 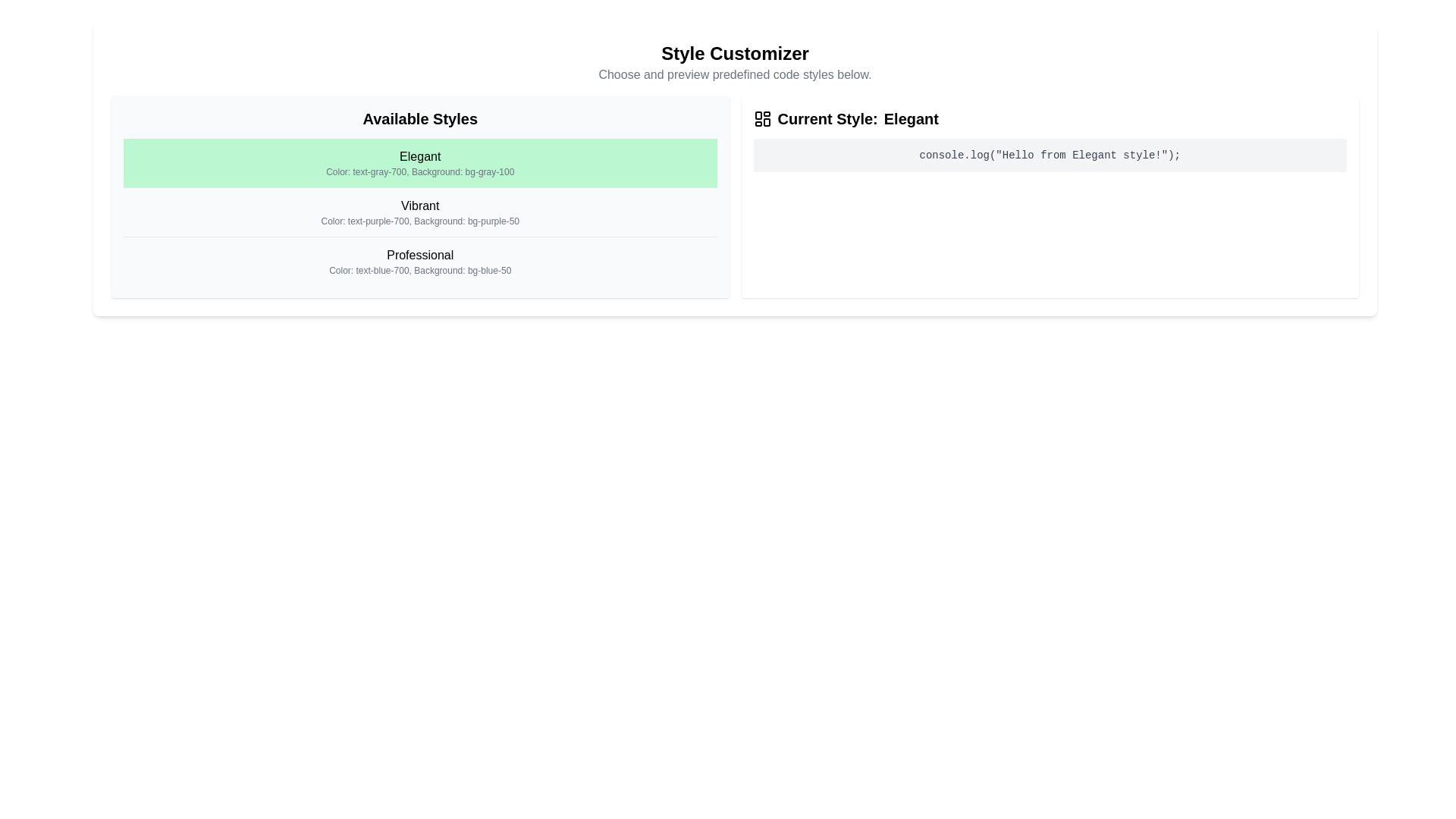 I want to click on the informational text label displaying 'Color: text-gray-700, Background: bg-gray-100', which is located below the 'Elegant' label in a green background, so click(x=420, y=171).